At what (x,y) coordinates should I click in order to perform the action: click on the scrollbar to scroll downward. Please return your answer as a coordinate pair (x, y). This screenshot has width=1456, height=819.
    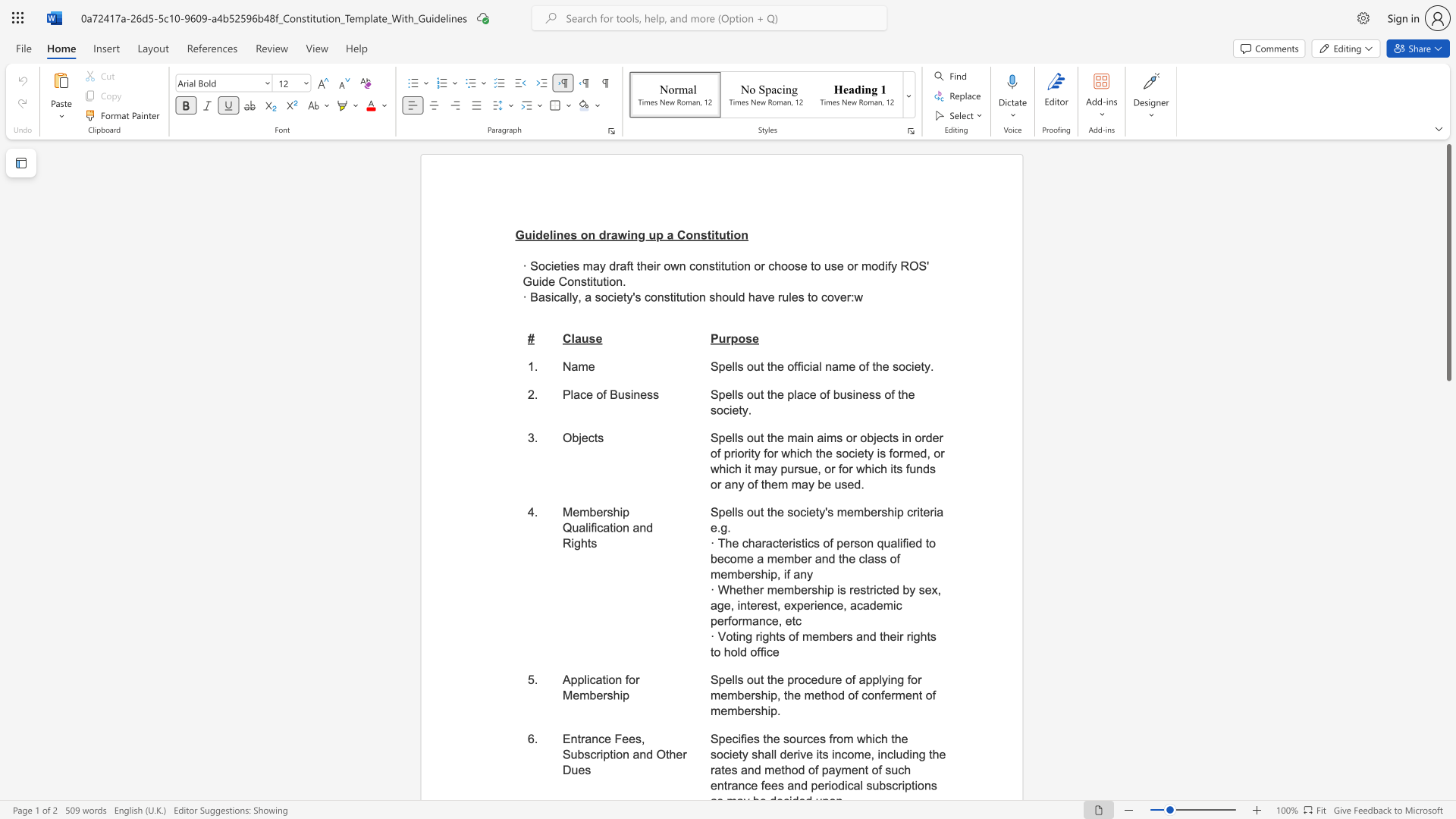
    Looking at the image, I should click on (1448, 500).